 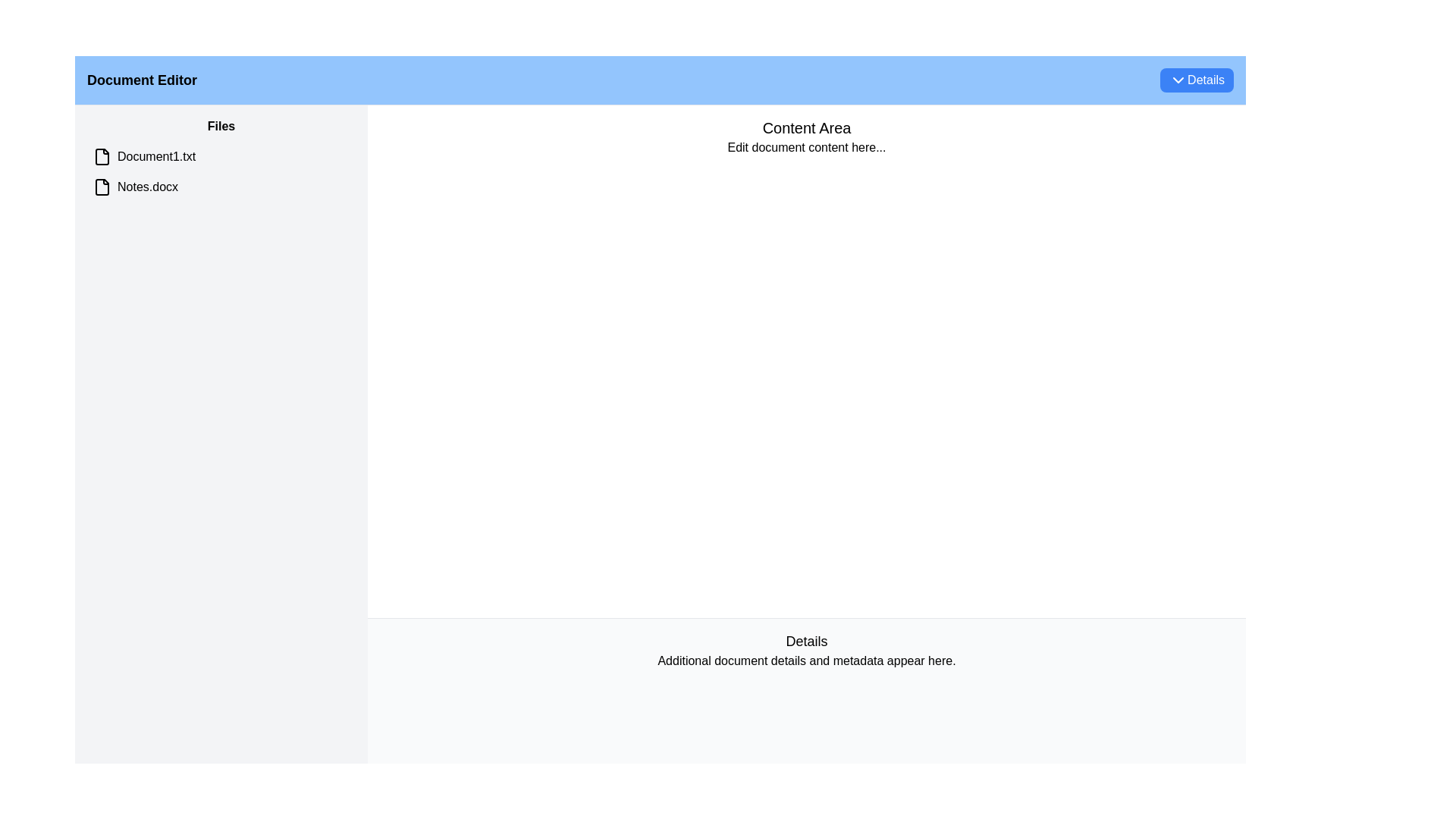 I want to click on the static text label located in the 'Details' section, which provides information or metadata about a document, so click(x=806, y=660).